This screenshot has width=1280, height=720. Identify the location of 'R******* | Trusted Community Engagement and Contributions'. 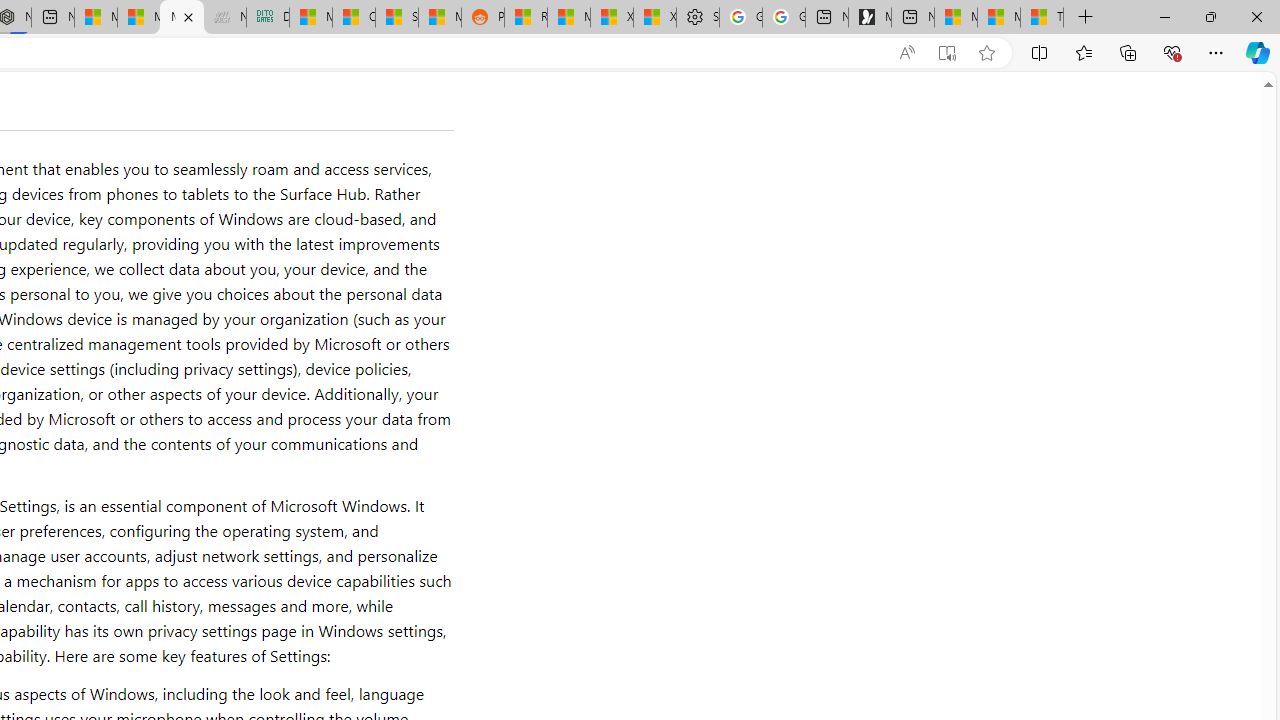
(526, 17).